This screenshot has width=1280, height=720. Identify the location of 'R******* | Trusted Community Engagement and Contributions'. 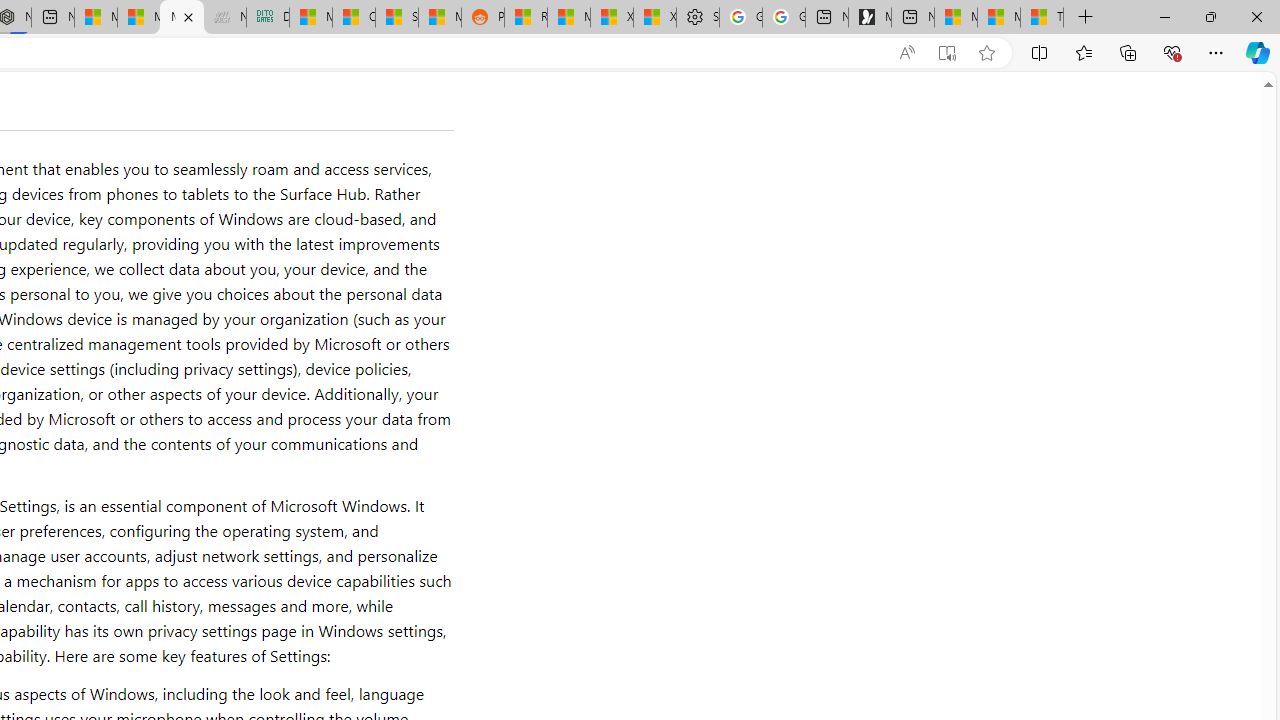
(526, 17).